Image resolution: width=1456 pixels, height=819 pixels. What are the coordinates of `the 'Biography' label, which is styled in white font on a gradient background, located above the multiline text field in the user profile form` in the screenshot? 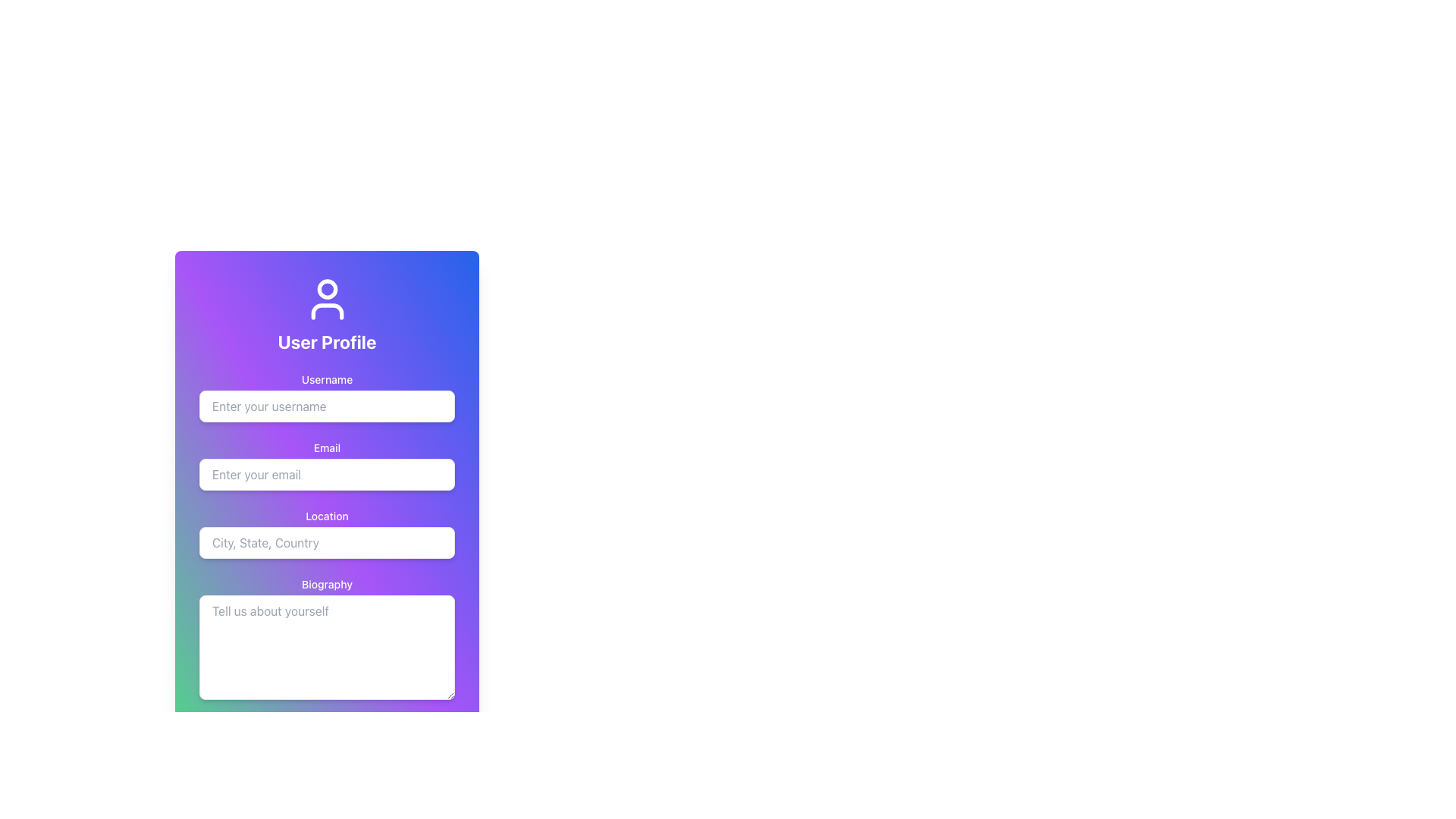 It's located at (326, 584).